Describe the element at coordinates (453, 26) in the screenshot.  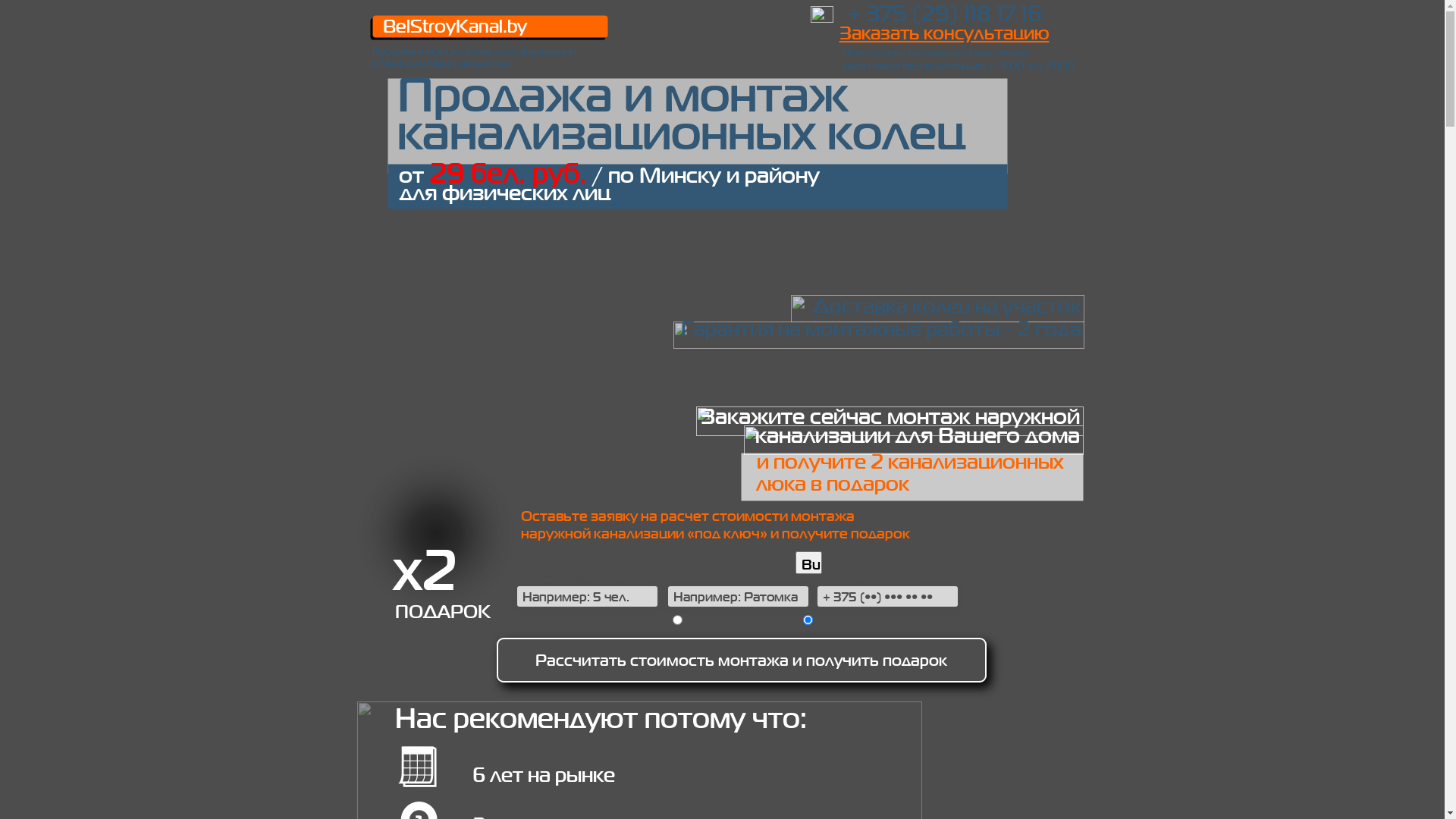
I see `'BelStroyKanal.by'` at that location.